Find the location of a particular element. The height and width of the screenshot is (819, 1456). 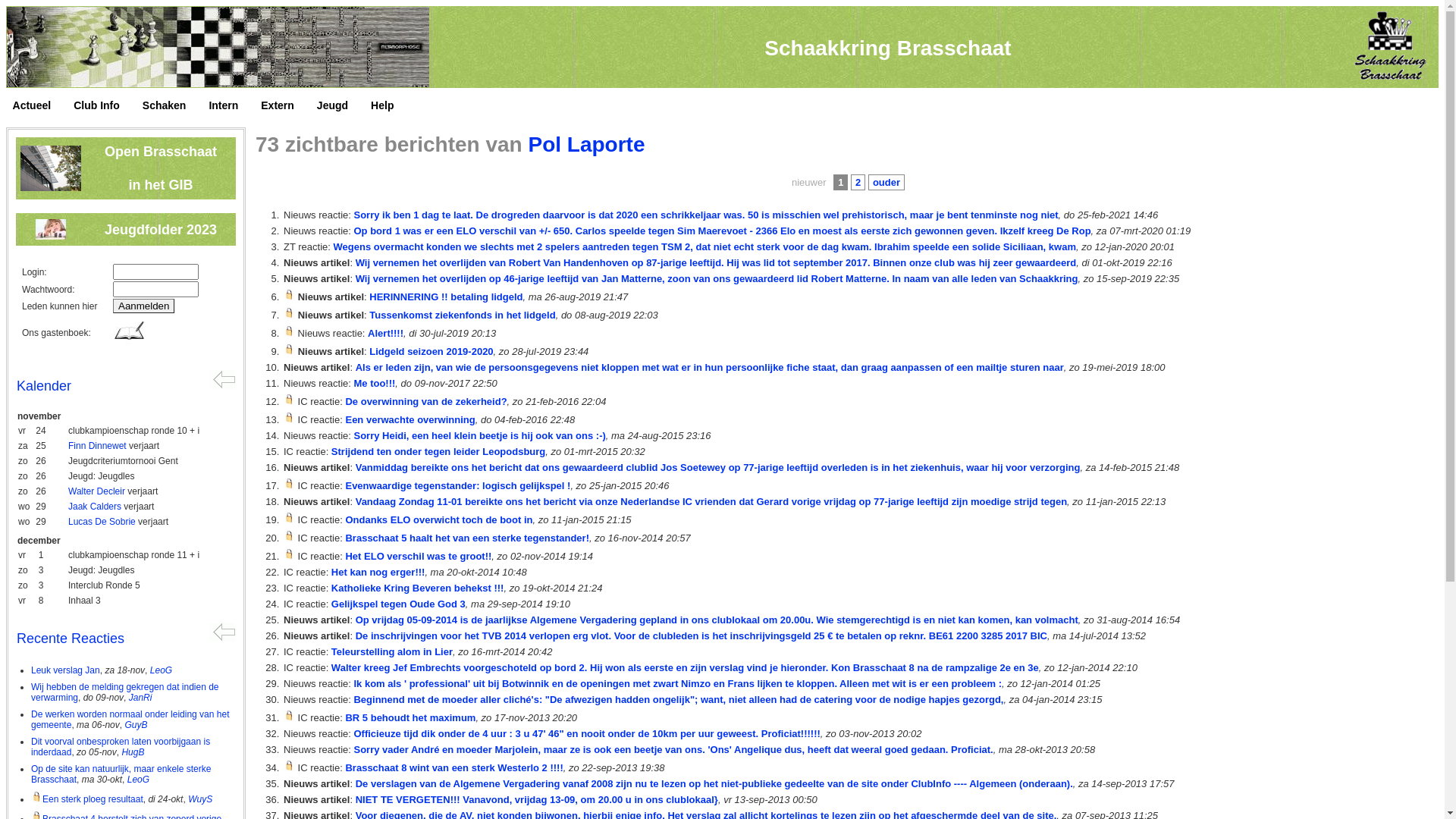

'Wij hebben de melding gekregen dat indien de verwarming' is located at coordinates (31, 692).